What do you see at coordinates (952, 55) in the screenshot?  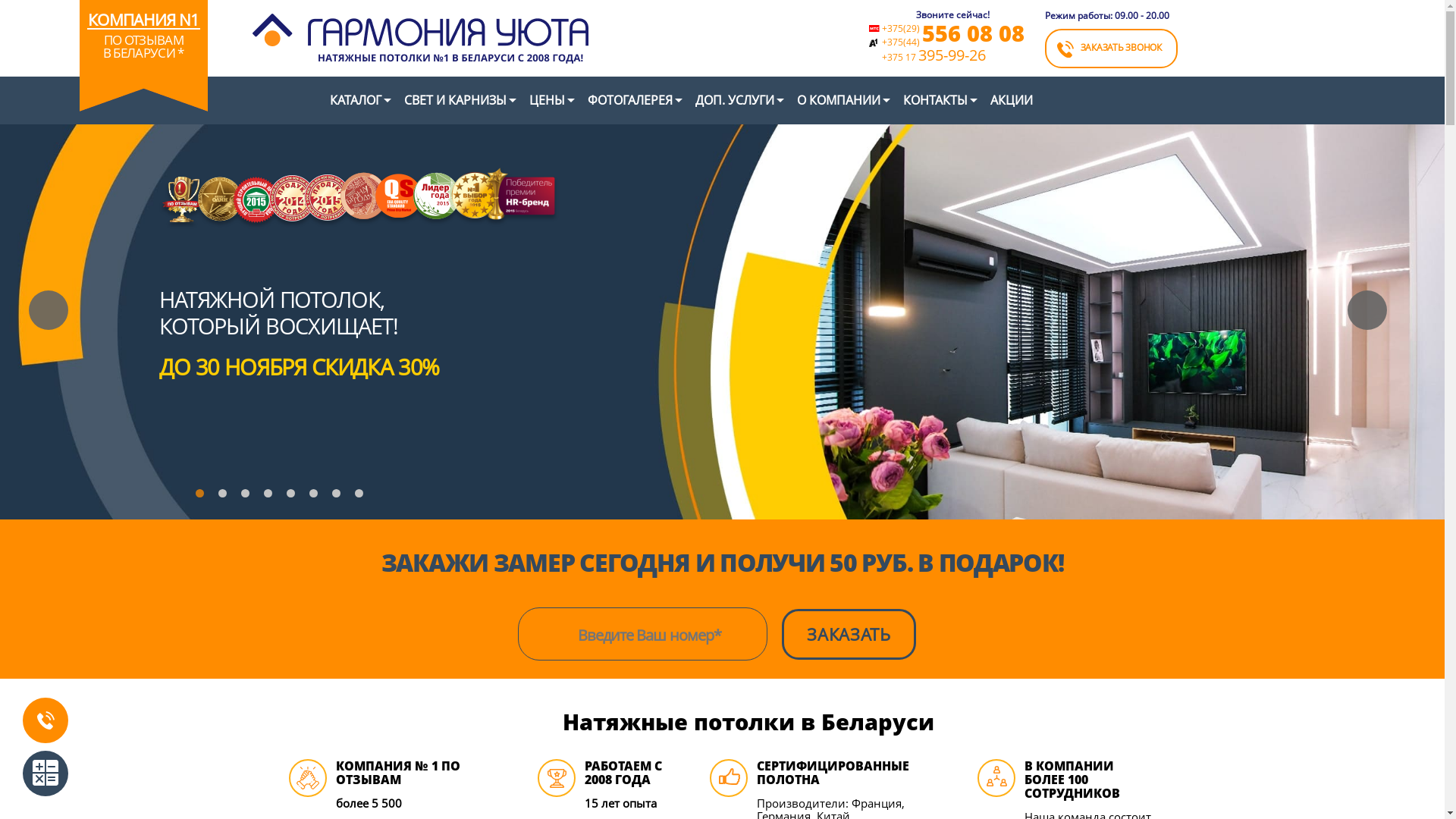 I see `'+375 17395-99-26'` at bounding box center [952, 55].